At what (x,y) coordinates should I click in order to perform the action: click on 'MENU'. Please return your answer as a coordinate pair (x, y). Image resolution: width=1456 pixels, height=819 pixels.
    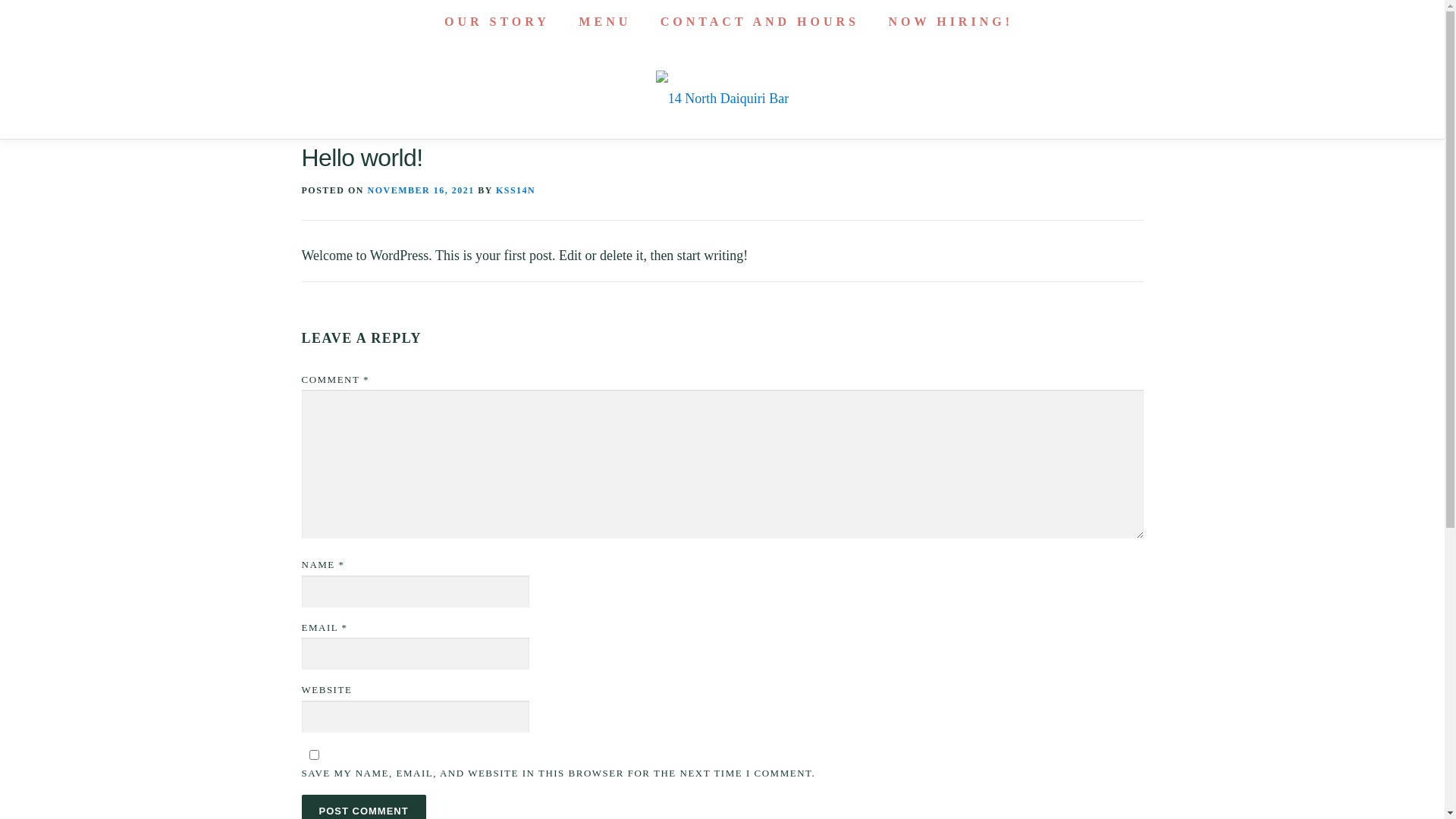
    Looking at the image, I should click on (604, 22).